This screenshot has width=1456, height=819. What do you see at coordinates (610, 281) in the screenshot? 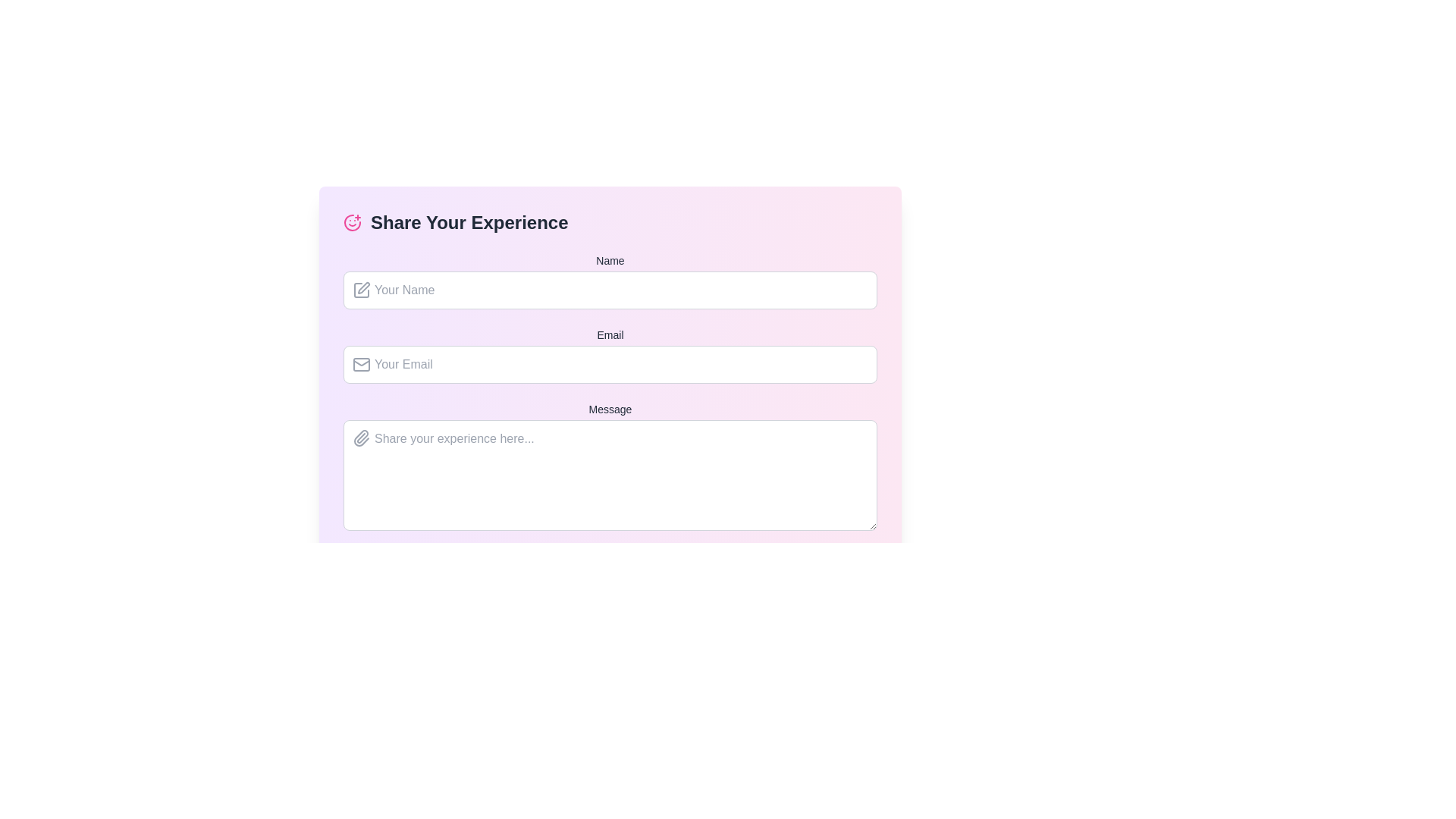
I see `the Name input field located at the top of the input groups, which allows users to enter their name` at bounding box center [610, 281].